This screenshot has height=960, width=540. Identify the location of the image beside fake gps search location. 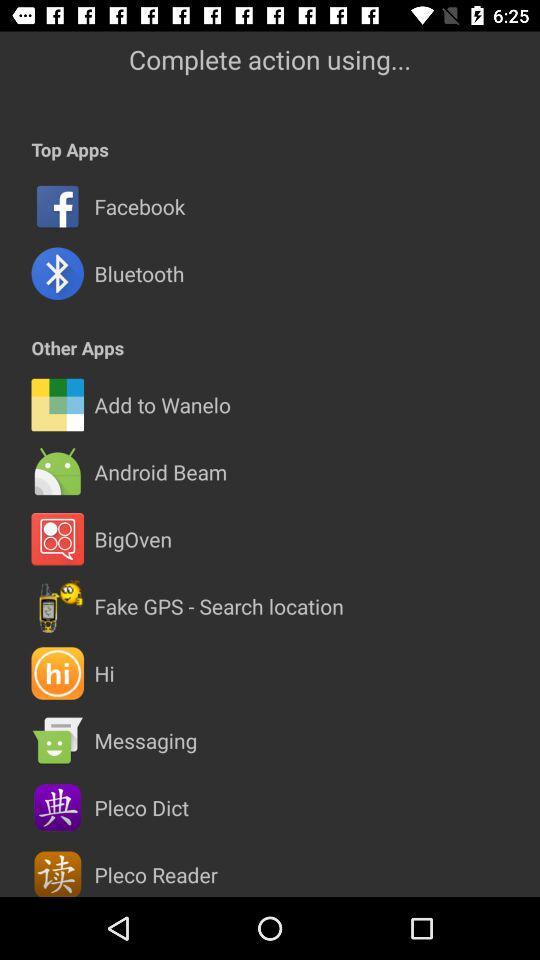
(57, 605).